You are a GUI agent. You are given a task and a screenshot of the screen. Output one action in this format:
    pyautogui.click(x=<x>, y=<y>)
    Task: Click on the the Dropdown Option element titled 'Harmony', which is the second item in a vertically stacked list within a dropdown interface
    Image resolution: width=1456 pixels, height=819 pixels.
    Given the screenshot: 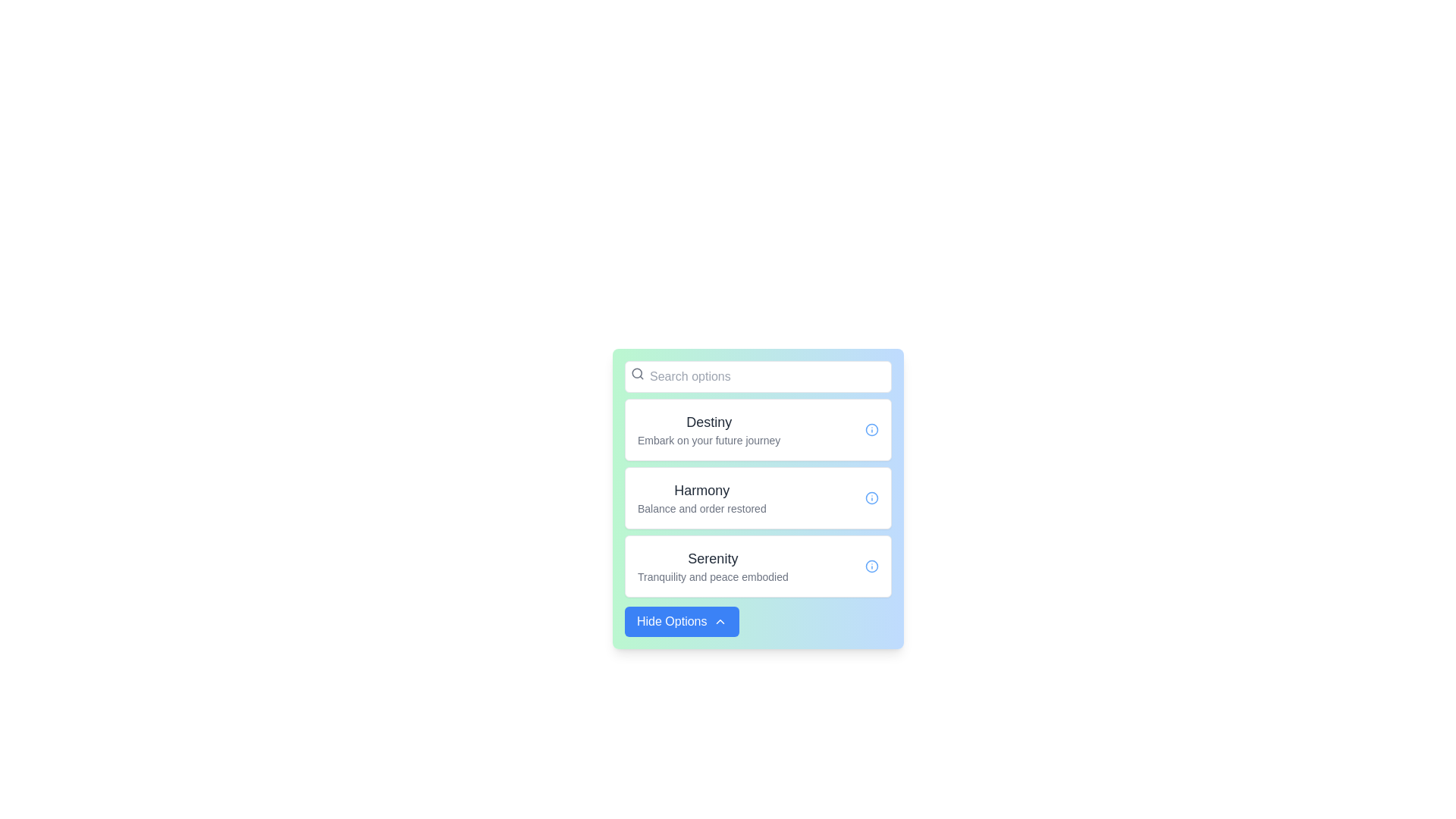 What is the action you would take?
    pyautogui.click(x=758, y=497)
    